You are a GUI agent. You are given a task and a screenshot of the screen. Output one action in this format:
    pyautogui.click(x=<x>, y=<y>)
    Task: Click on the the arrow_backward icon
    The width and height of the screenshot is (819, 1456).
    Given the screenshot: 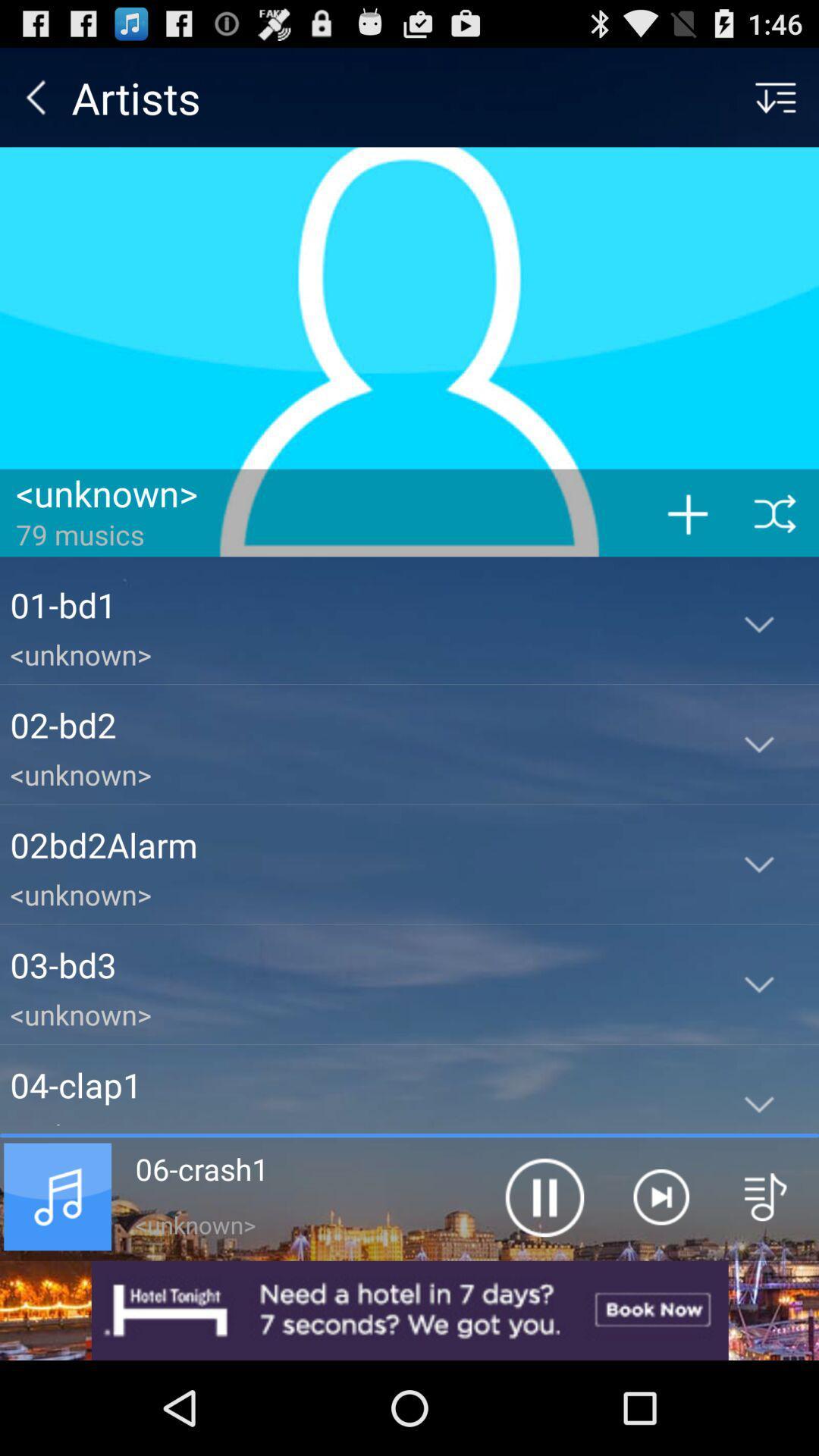 What is the action you would take?
    pyautogui.click(x=35, y=103)
    